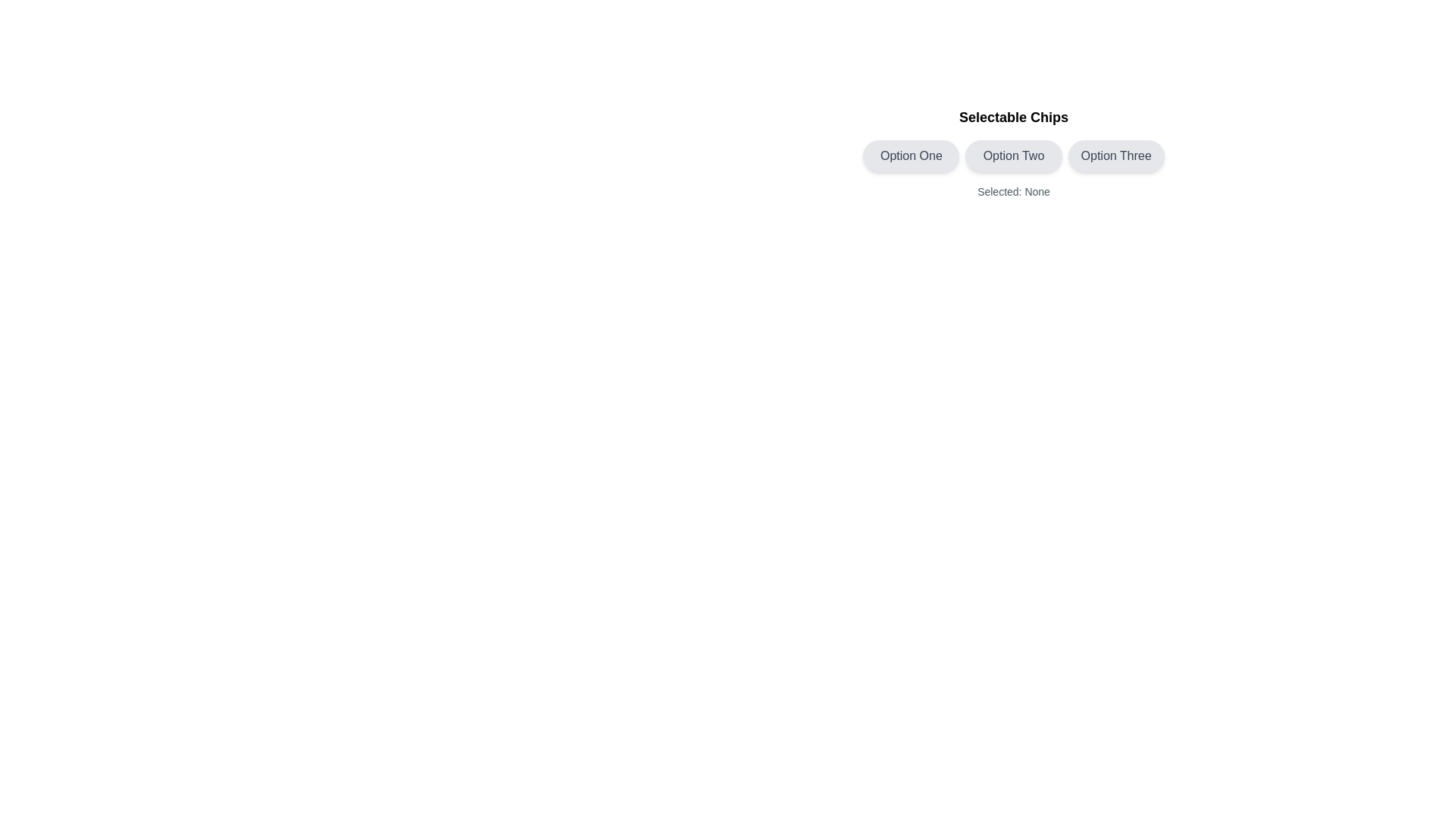 Image resolution: width=1456 pixels, height=819 pixels. Describe the element at coordinates (1116, 155) in the screenshot. I see `the text label 'Option Three'` at that location.